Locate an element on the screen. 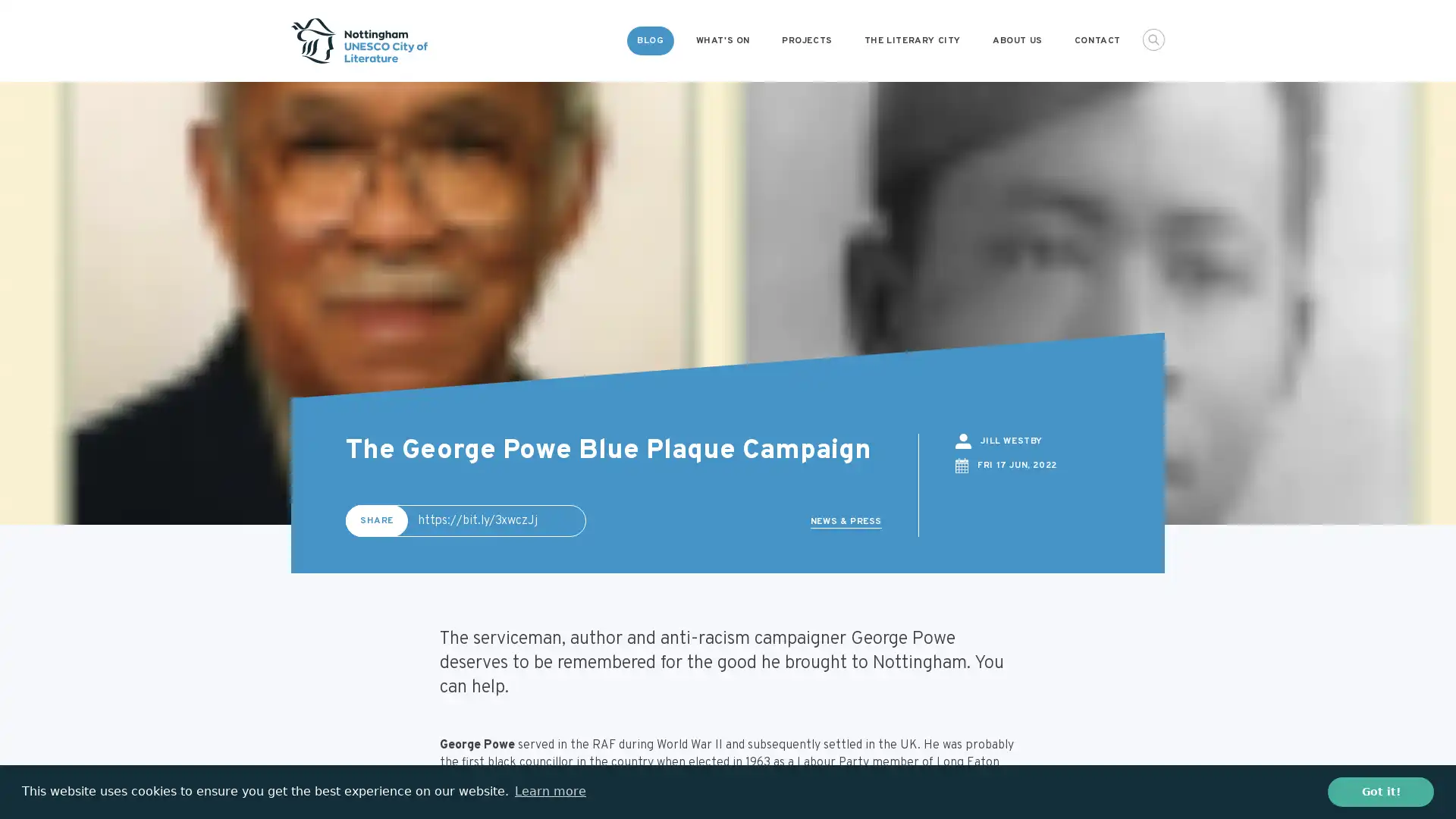 Image resolution: width=1456 pixels, height=819 pixels. learn more about cookies is located at coordinates (549, 791).